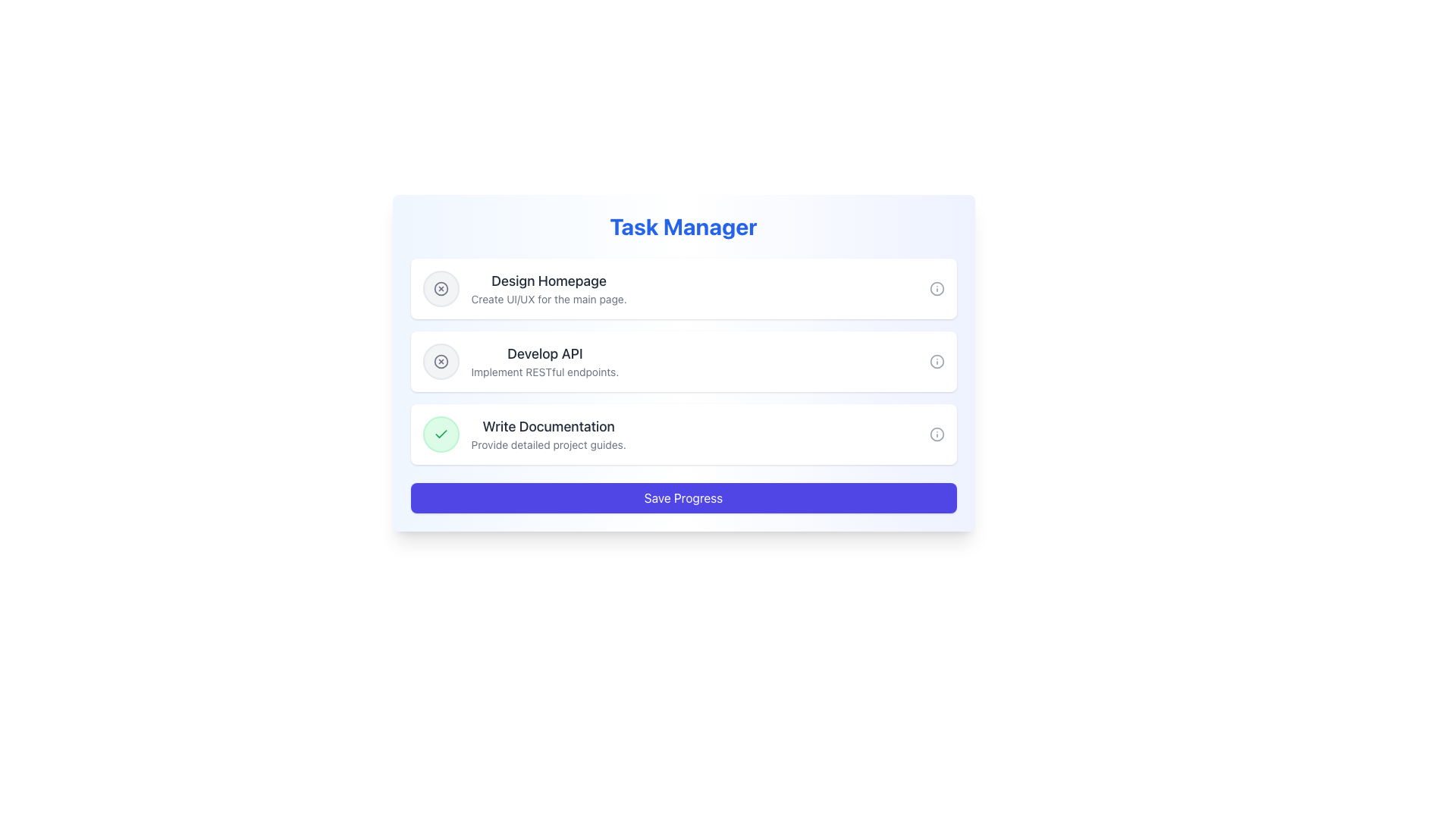  What do you see at coordinates (440, 435) in the screenshot?
I see `the checkmark icon inside the circular green background located in the bottom-most task item labeled 'Write Documentation'` at bounding box center [440, 435].